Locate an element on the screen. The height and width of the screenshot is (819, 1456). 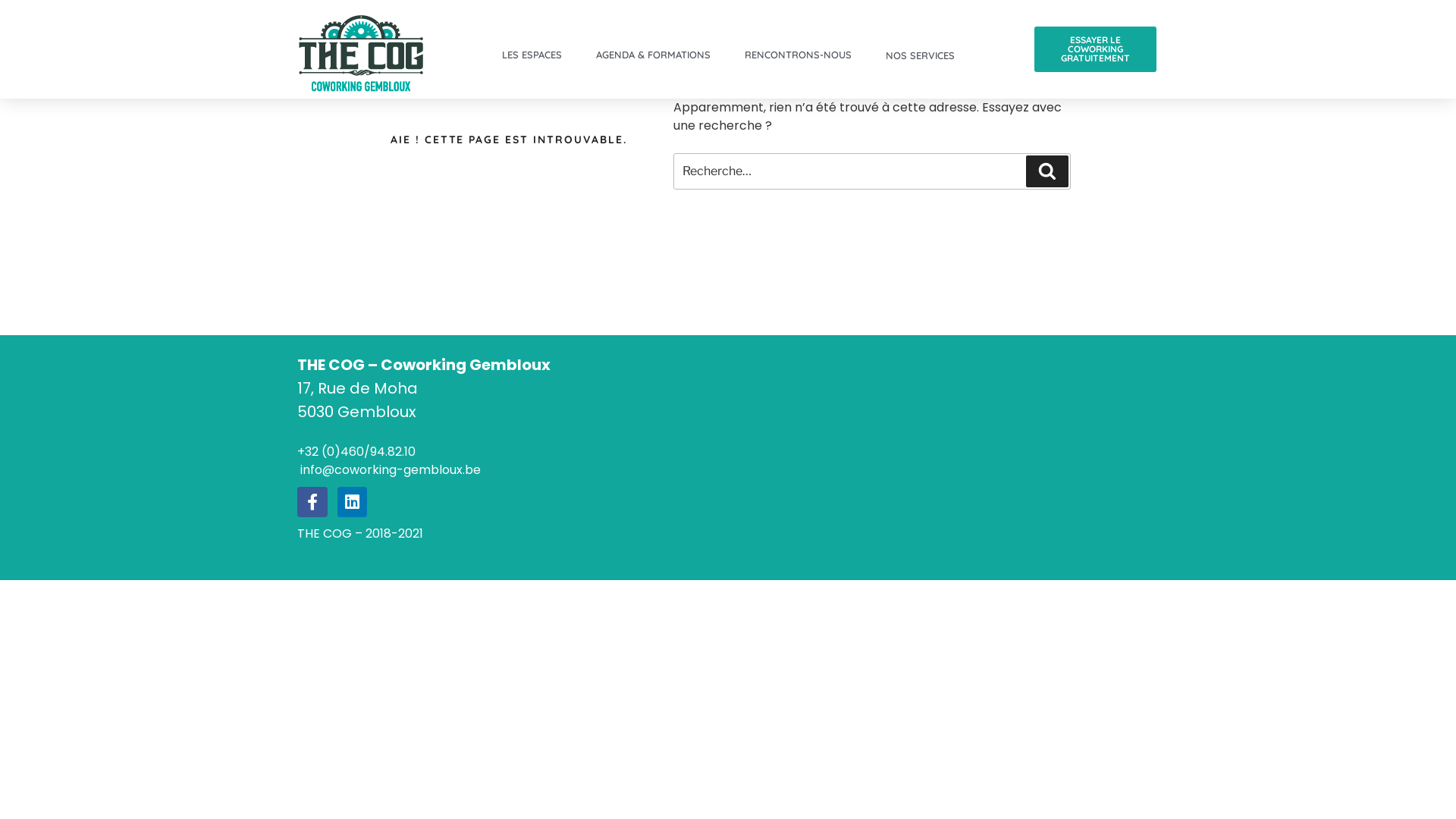
'LES ESPACES' is located at coordinates (531, 54).